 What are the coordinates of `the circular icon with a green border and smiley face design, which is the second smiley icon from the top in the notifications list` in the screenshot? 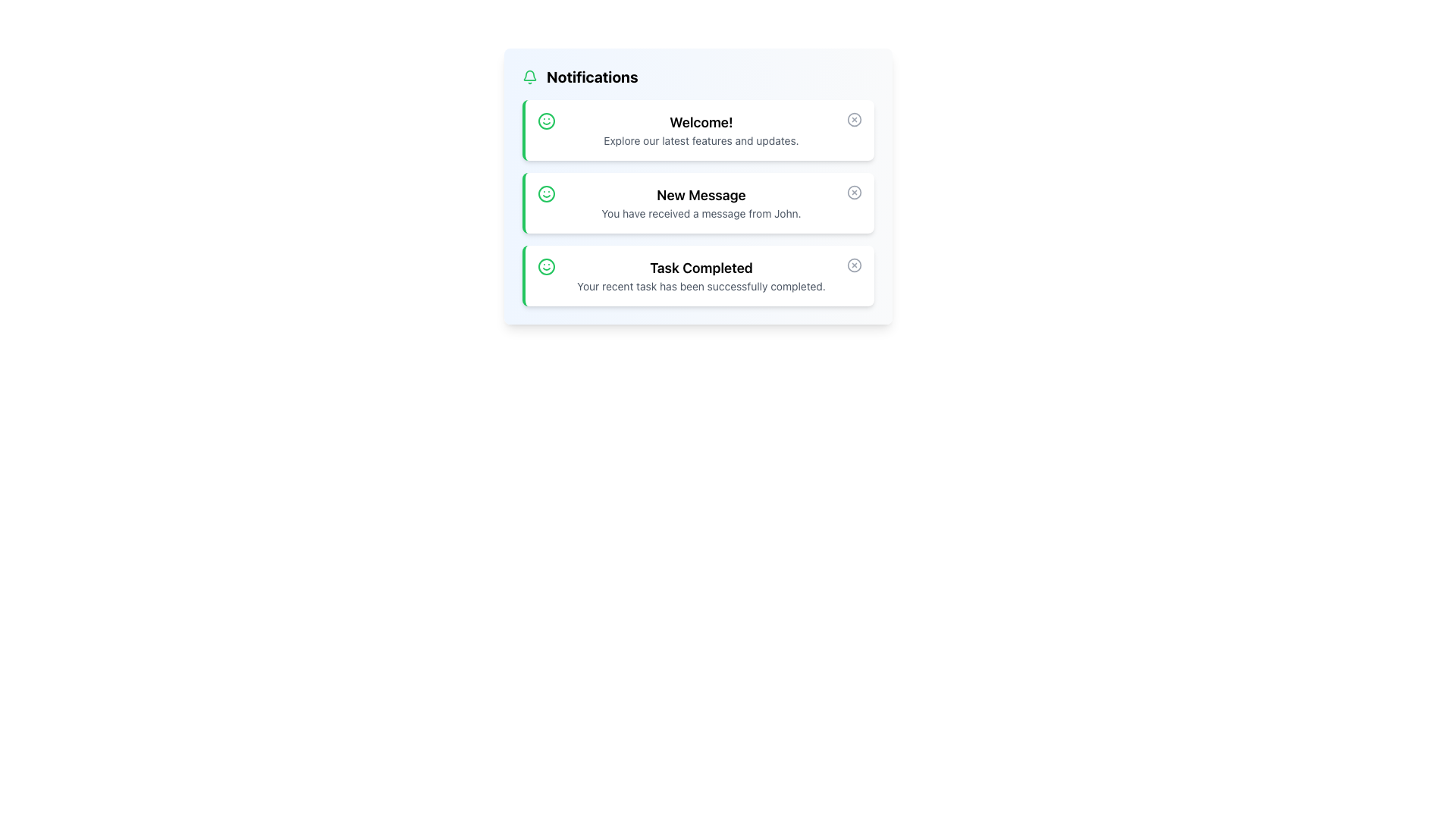 It's located at (546, 193).